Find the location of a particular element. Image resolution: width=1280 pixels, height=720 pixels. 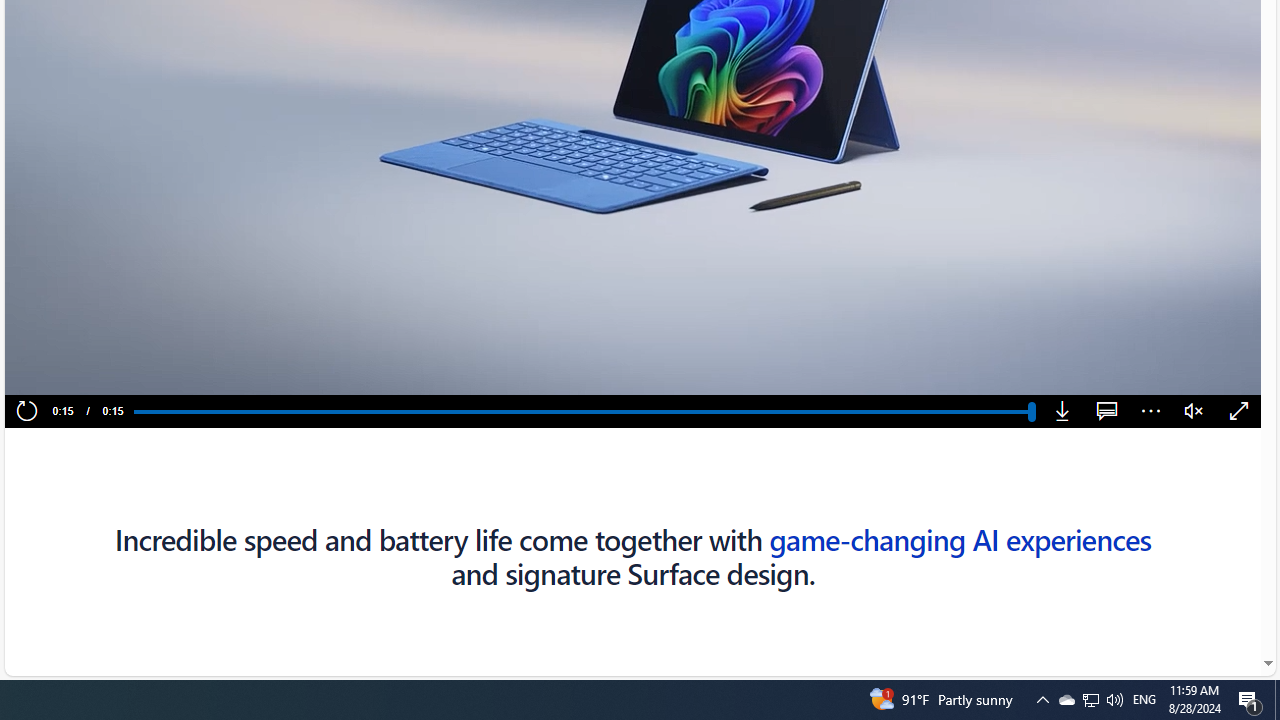

'Download' is located at coordinates (1062, 411).